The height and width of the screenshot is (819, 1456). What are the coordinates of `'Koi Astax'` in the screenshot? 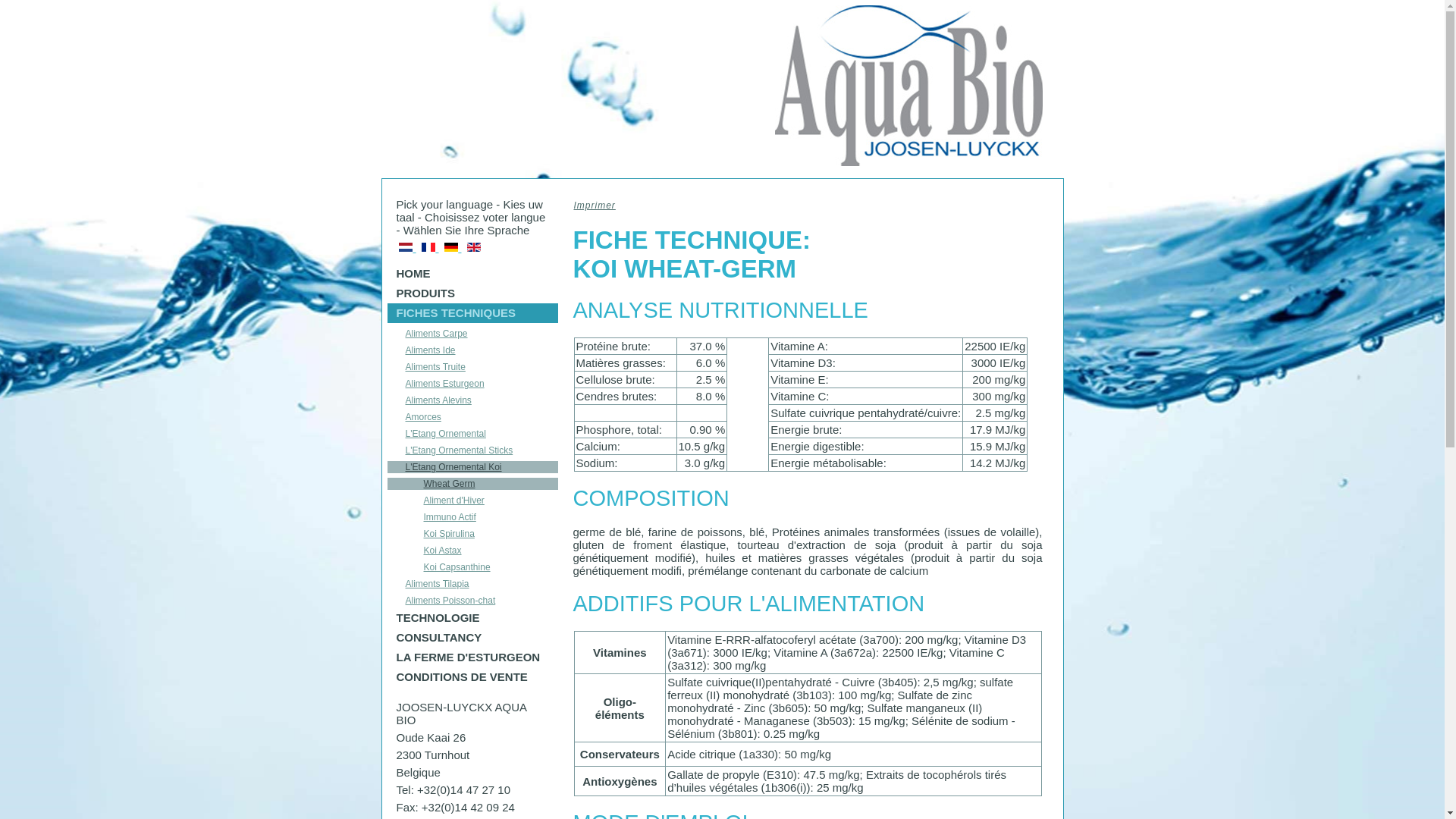 It's located at (471, 550).